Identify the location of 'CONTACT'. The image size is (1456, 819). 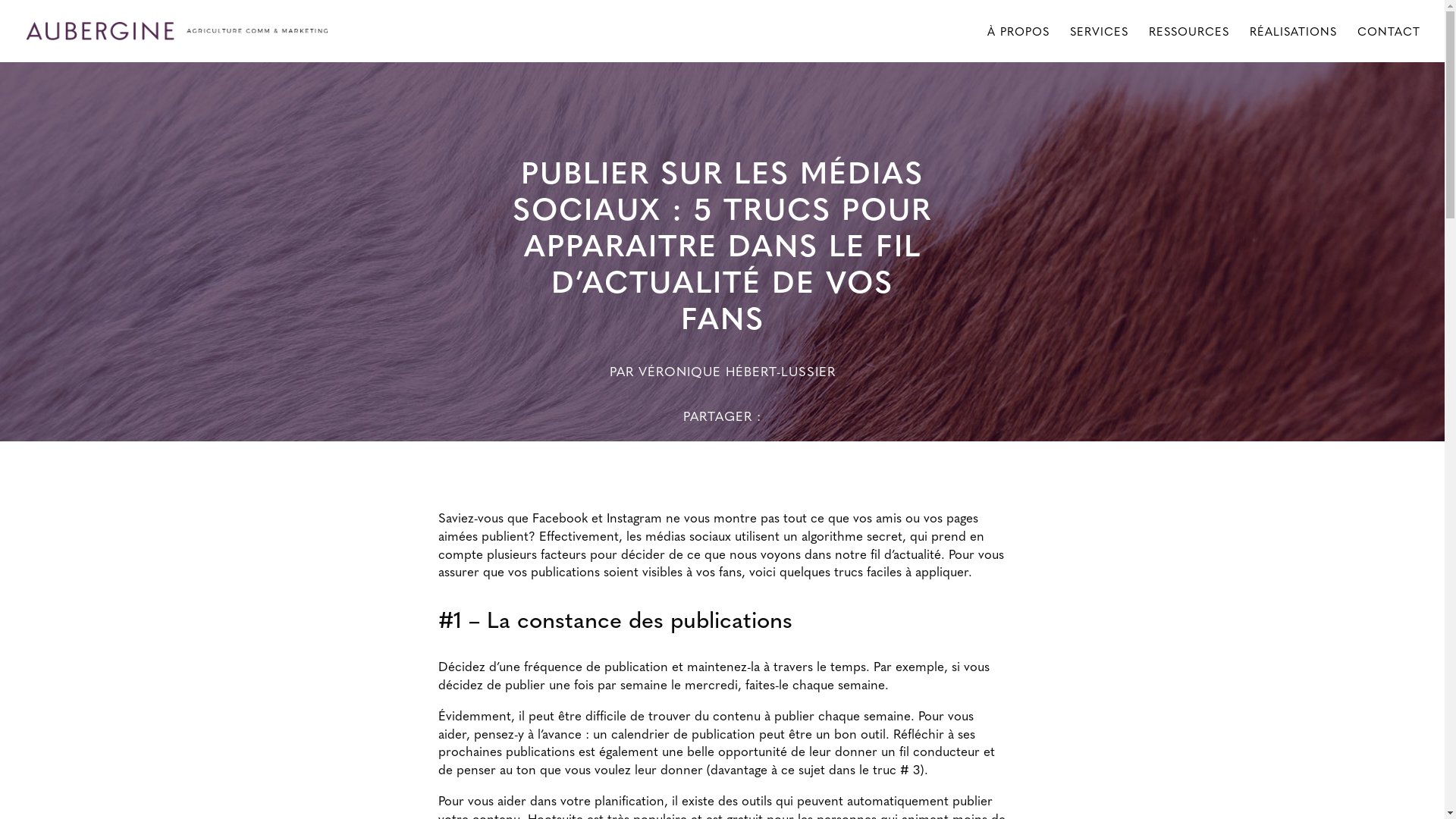
(1389, 42).